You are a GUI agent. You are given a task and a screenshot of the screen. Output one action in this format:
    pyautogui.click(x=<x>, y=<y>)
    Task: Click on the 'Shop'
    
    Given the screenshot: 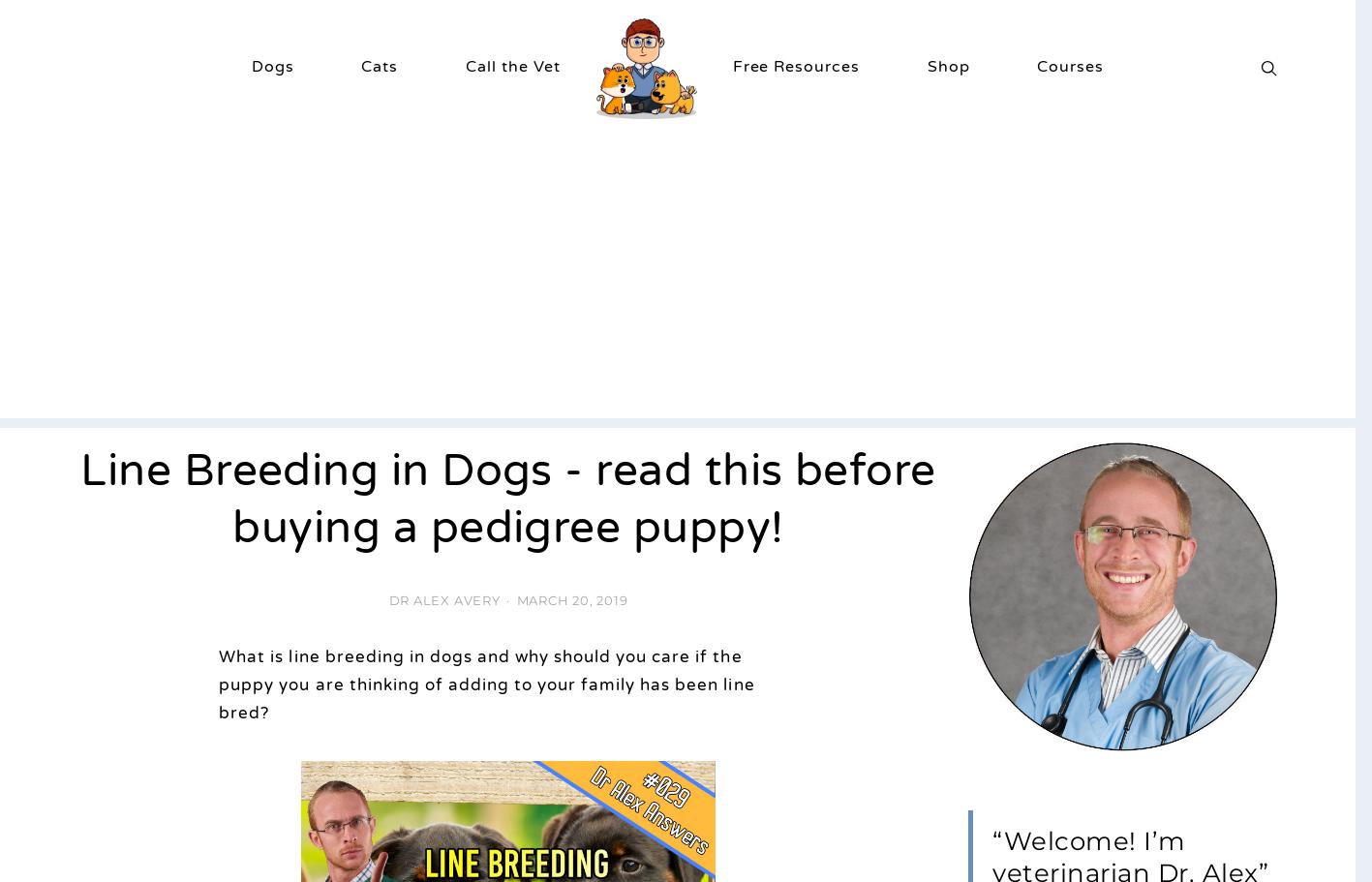 What is the action you would take?
    pyautogui.click(x=947, y=64)
    